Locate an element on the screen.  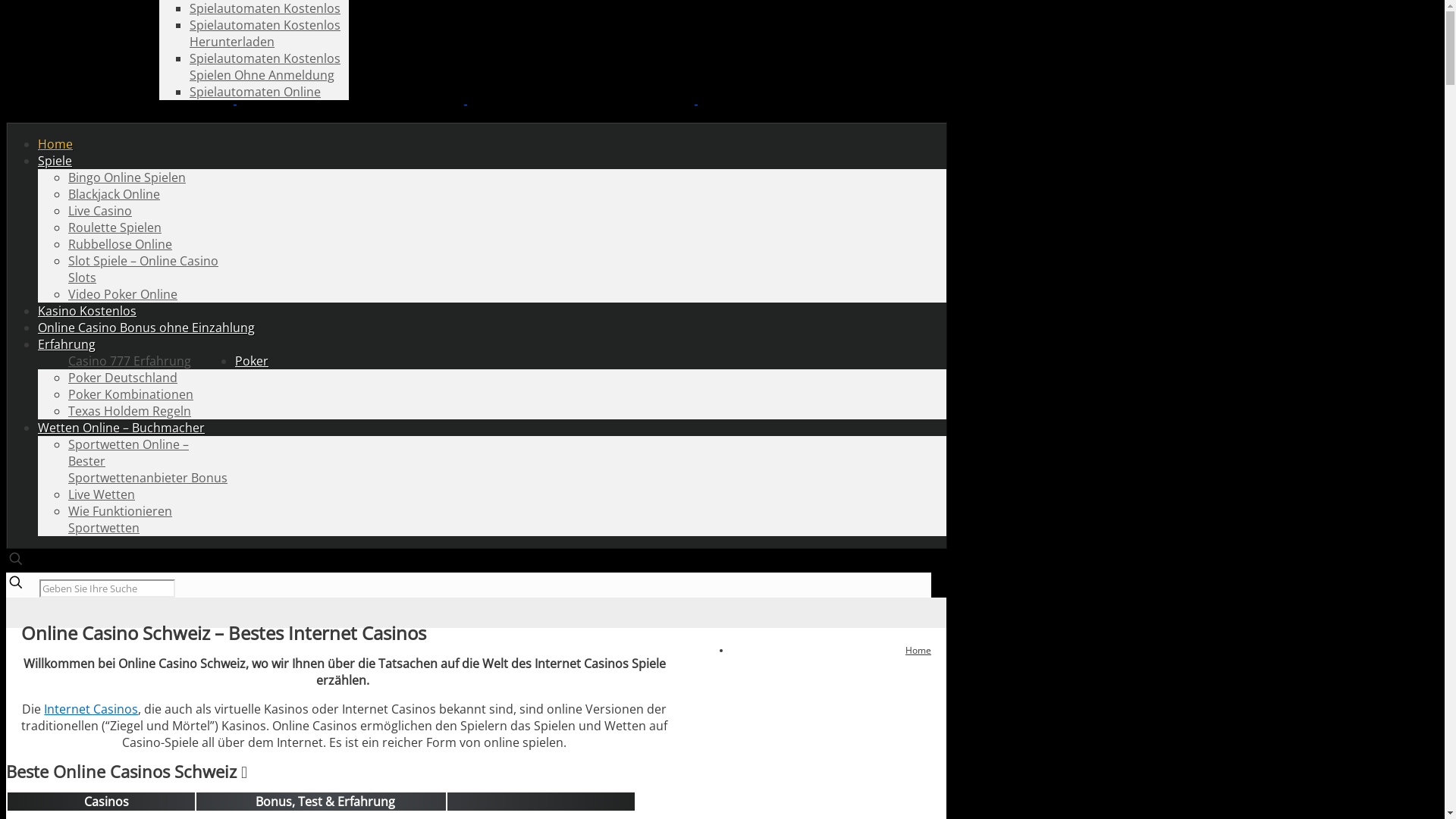
'Internet Casinos' is located at coordinates (90, 708).